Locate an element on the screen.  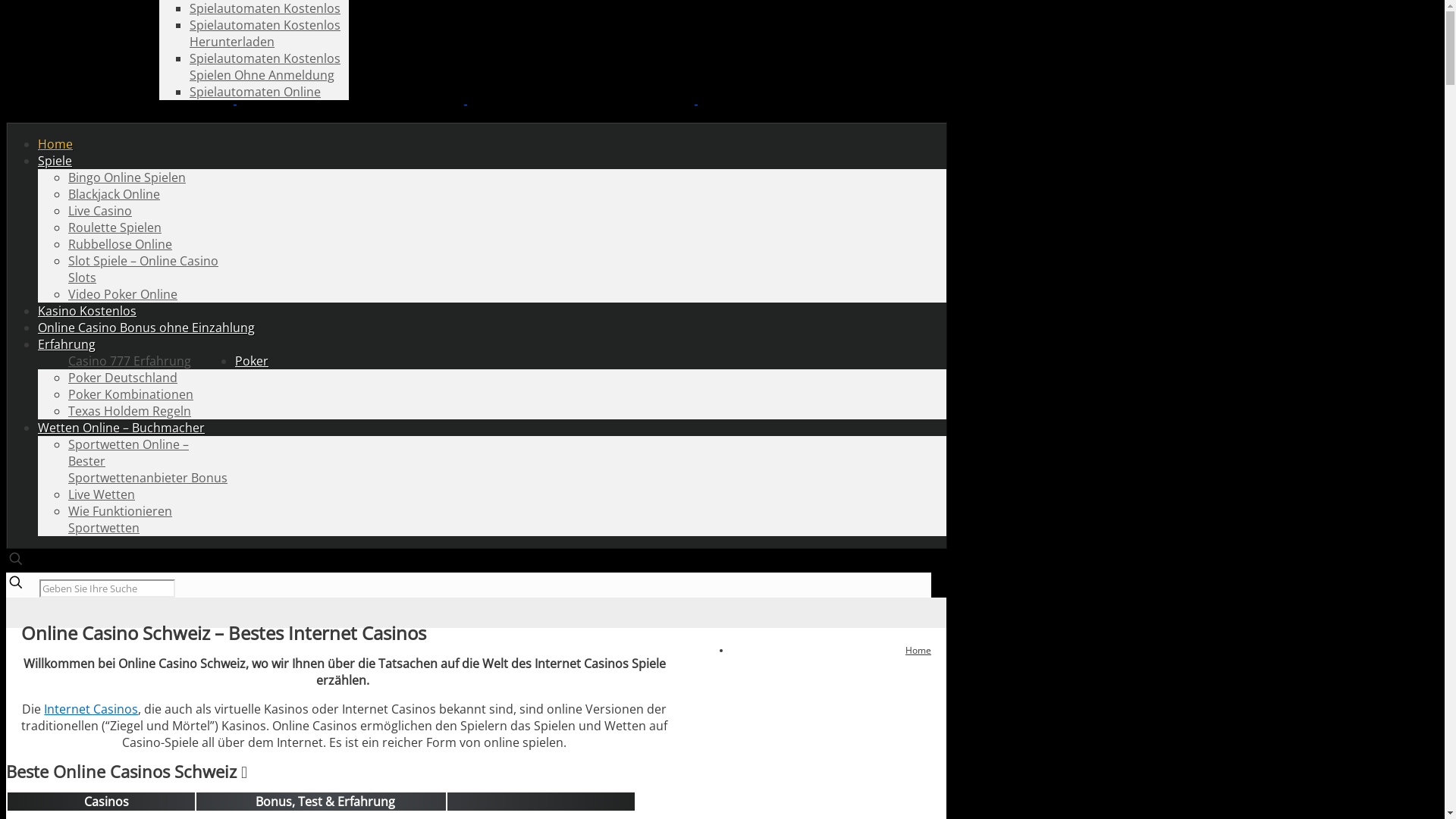
'Internet Casinos' is located at coordinates (90, 708).